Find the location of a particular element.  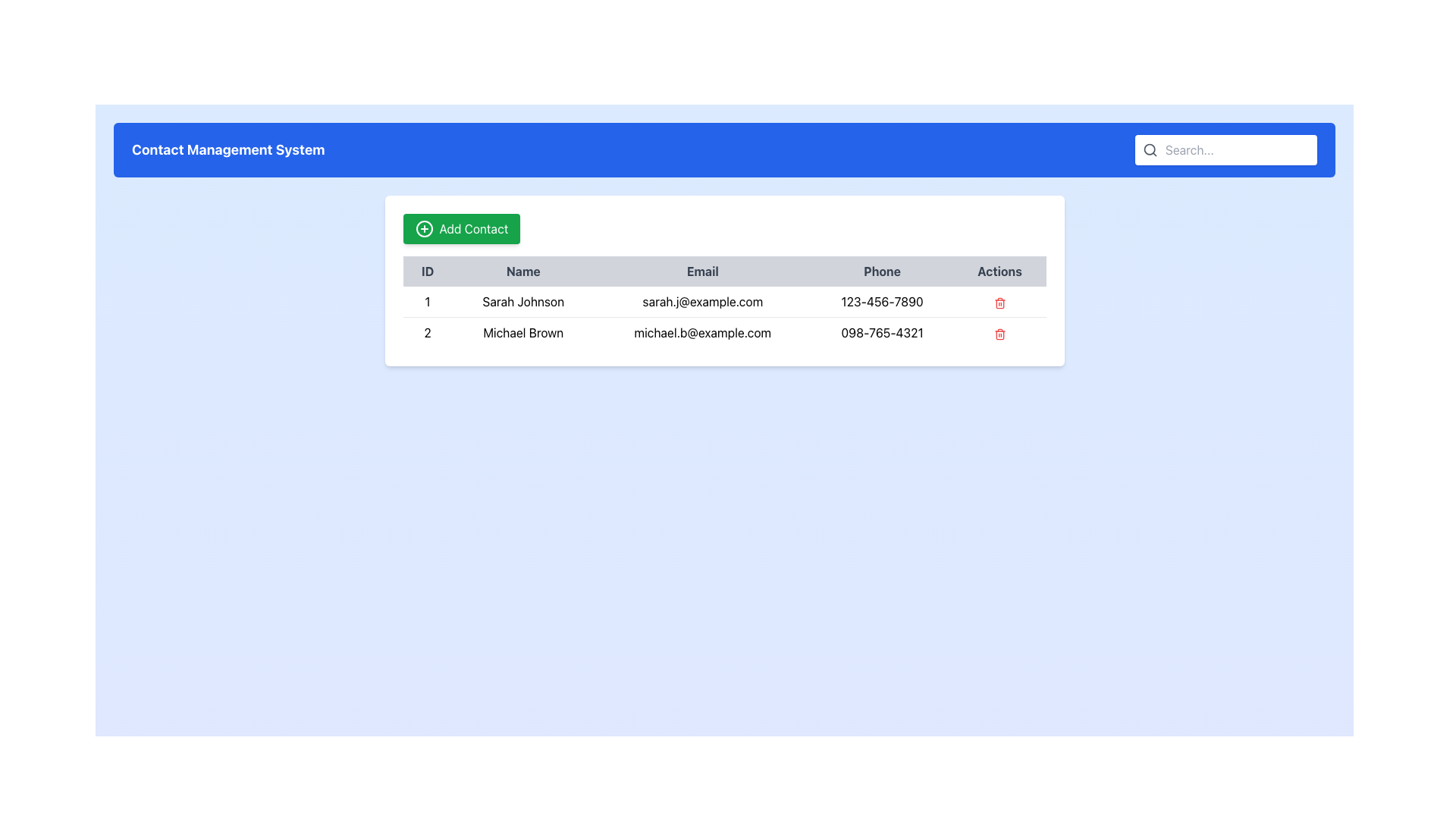

the red trash bin icon located in the second row of the 'Actions' column of the table to initiate a delete operation is located at coordinates (999, 333).